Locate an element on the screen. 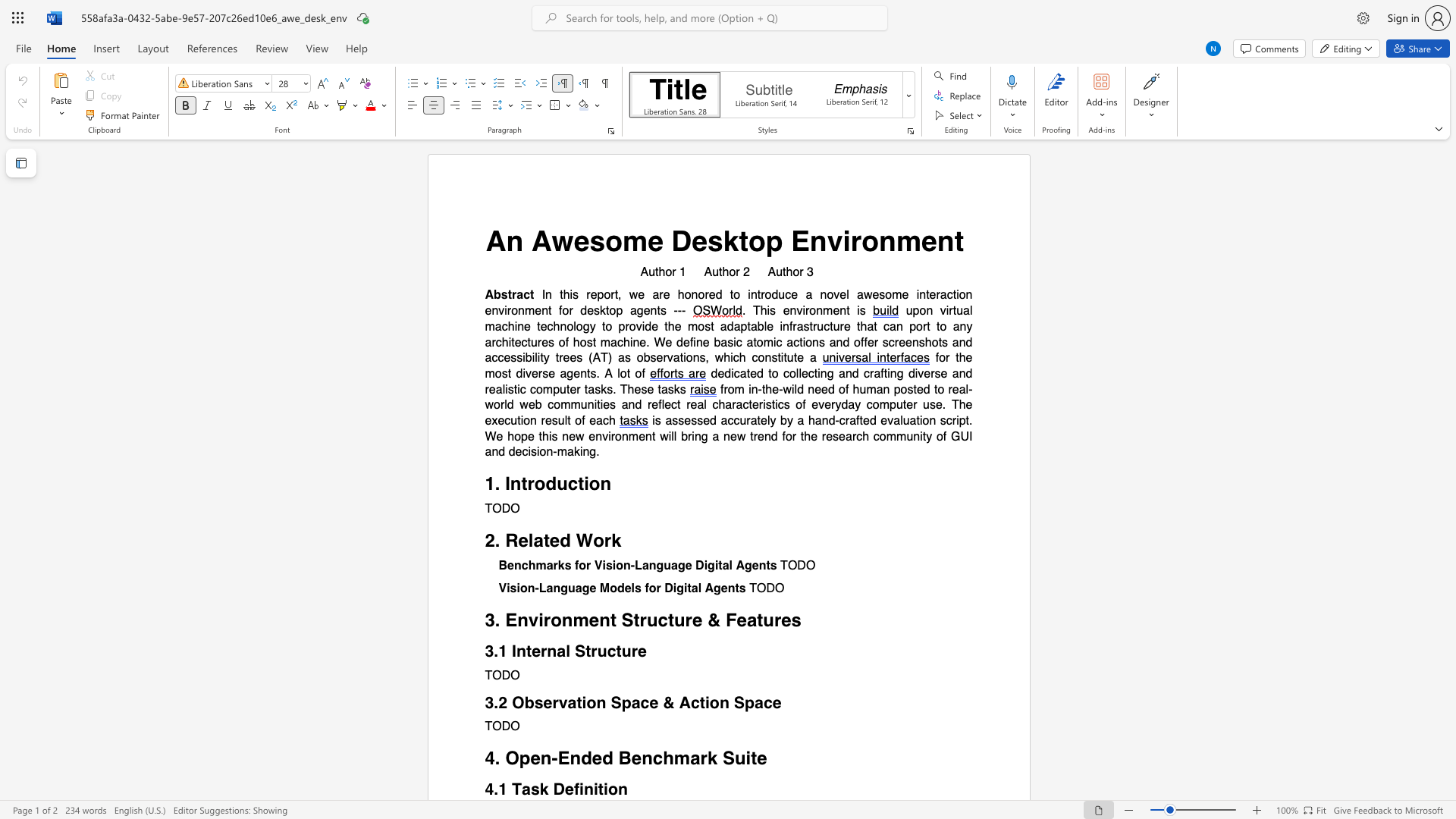  the subset text "pt" within the text "upon virtual machine technology to provide the most adaptable infrastructure that can port to any architectures of host machine. We define basic atomic actions and offer screenshots and accessibility trees (AT) as observations, which" is located at coordinates (740, 325).